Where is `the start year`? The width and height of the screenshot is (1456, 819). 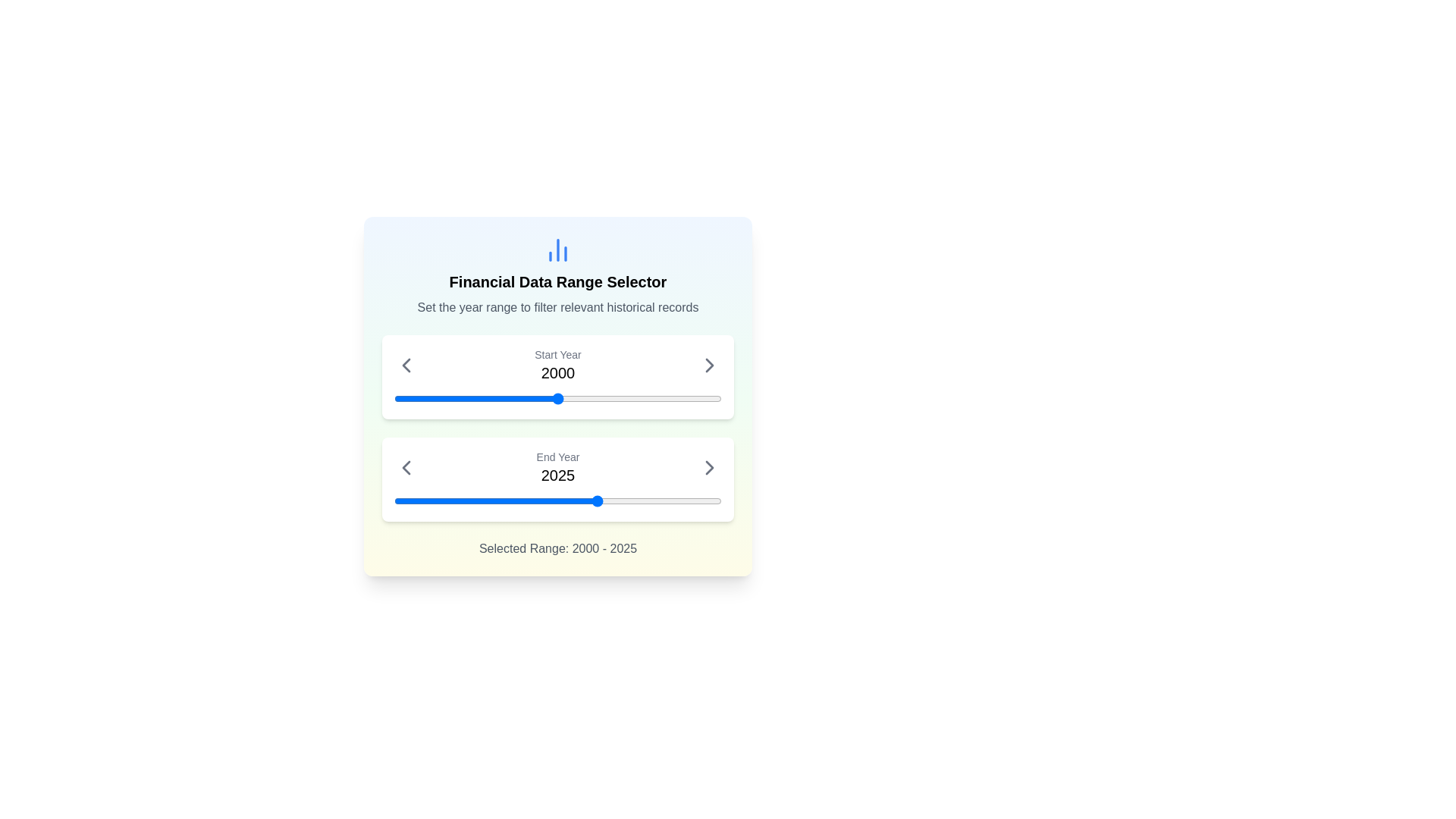 the start year is located at coordinates (512, 397).